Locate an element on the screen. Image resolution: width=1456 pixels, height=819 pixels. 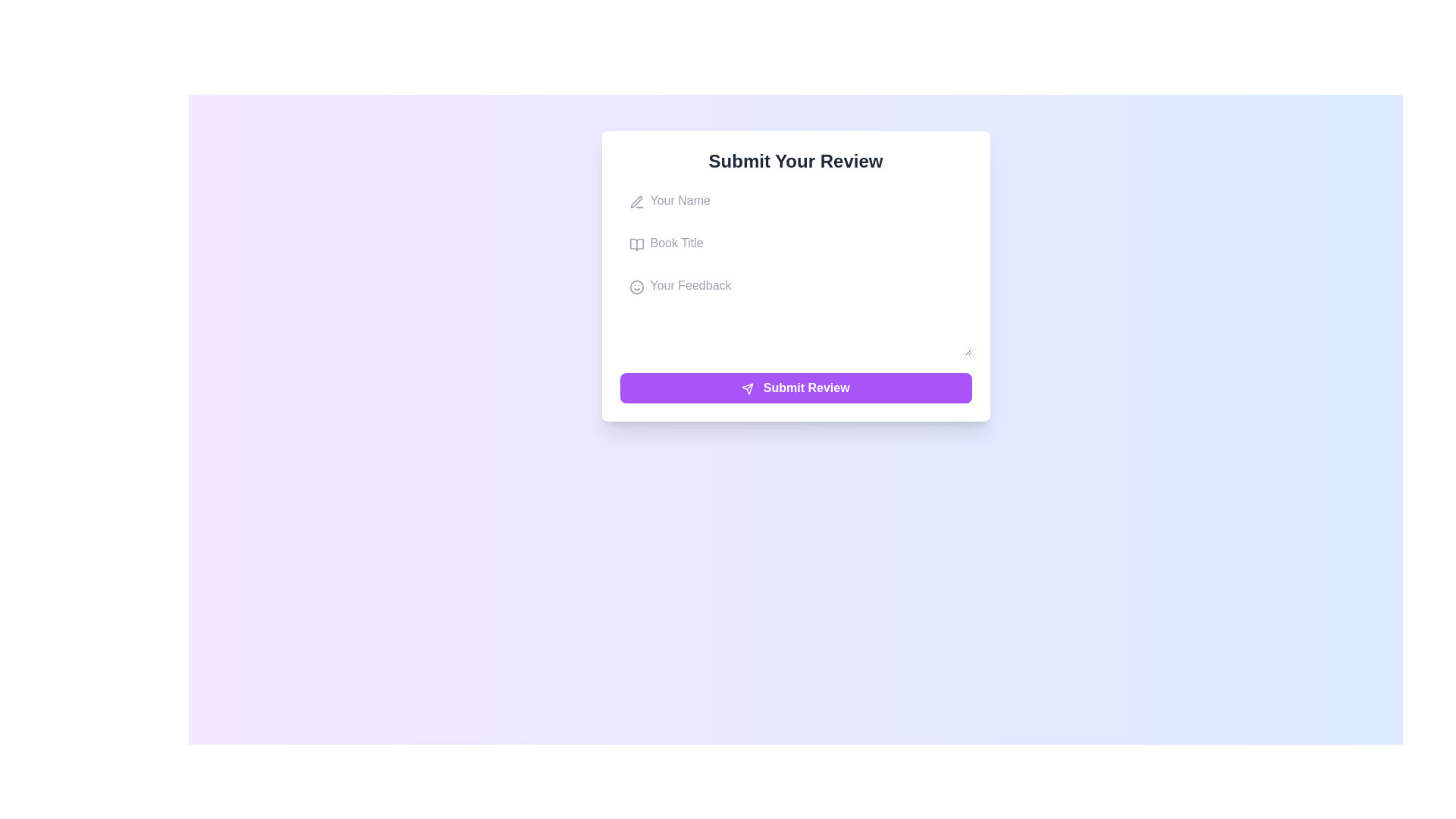
the graphical icon resembling a pen or pencil located near the top-left of the 'Submit Your Review' form, adjacent to the 'Your Name' text field is located at coordinates (636, 201).